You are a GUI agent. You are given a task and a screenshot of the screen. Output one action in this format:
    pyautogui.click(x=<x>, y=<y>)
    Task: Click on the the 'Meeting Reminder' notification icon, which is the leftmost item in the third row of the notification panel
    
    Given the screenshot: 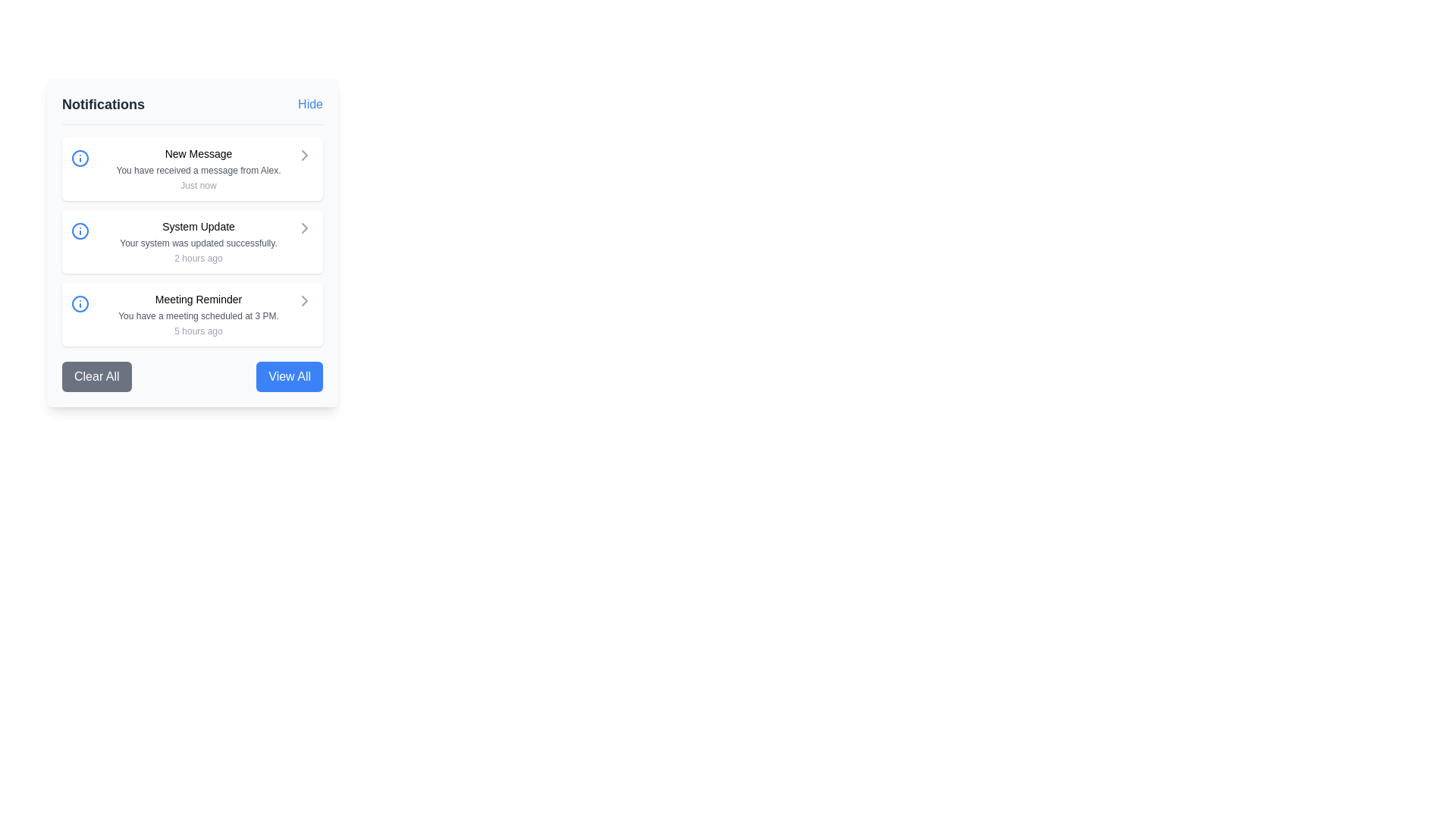 What is the action you would take?
    pyautogui.click(x=79, y=304)
    